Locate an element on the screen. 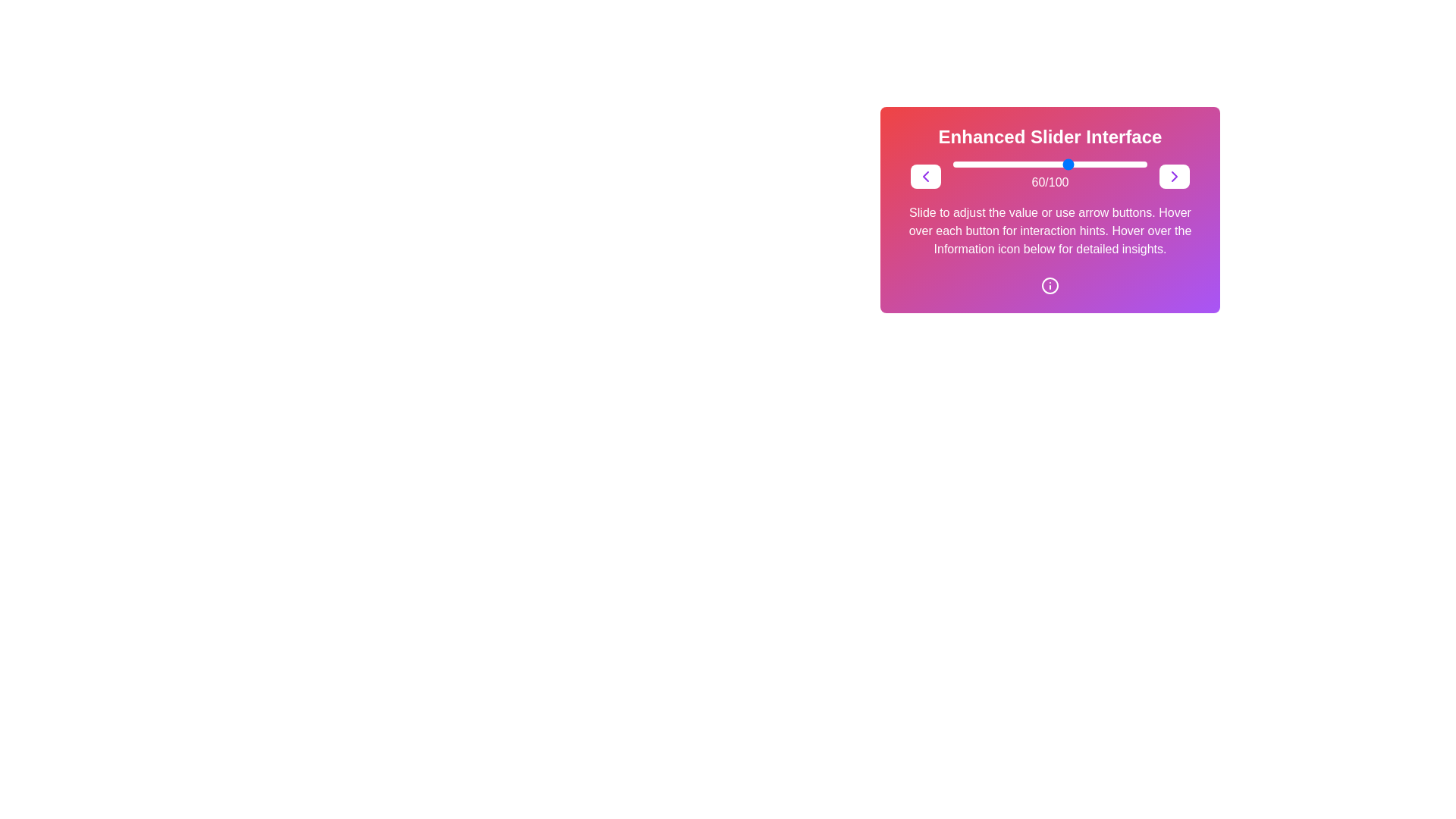  the slider value is located at coordinates (1045, 164).